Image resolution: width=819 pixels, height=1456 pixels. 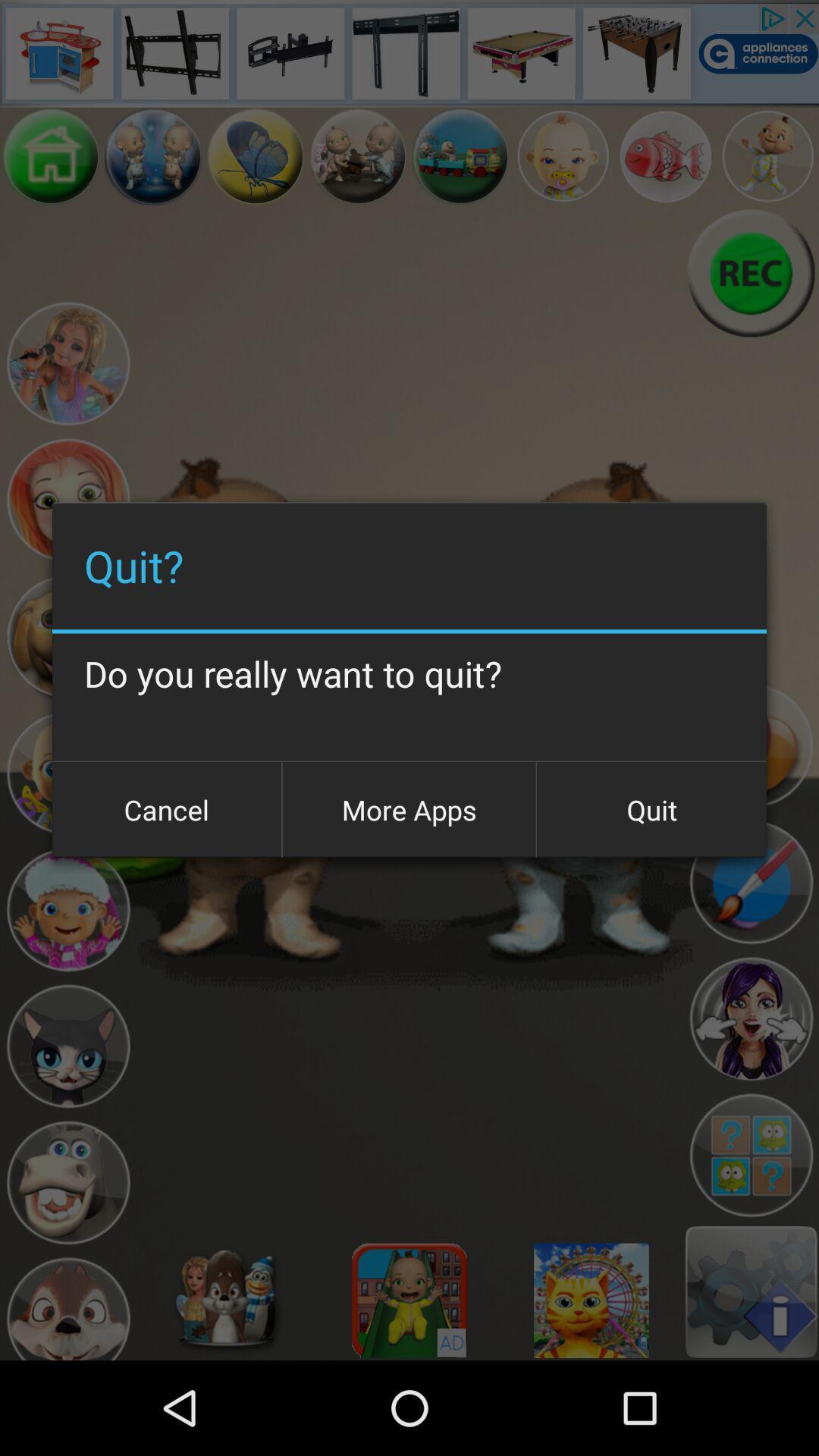 What do you see at coordinates (50, 156) in the screenshot?
I see `the game app` at bounding box center [50, 156].